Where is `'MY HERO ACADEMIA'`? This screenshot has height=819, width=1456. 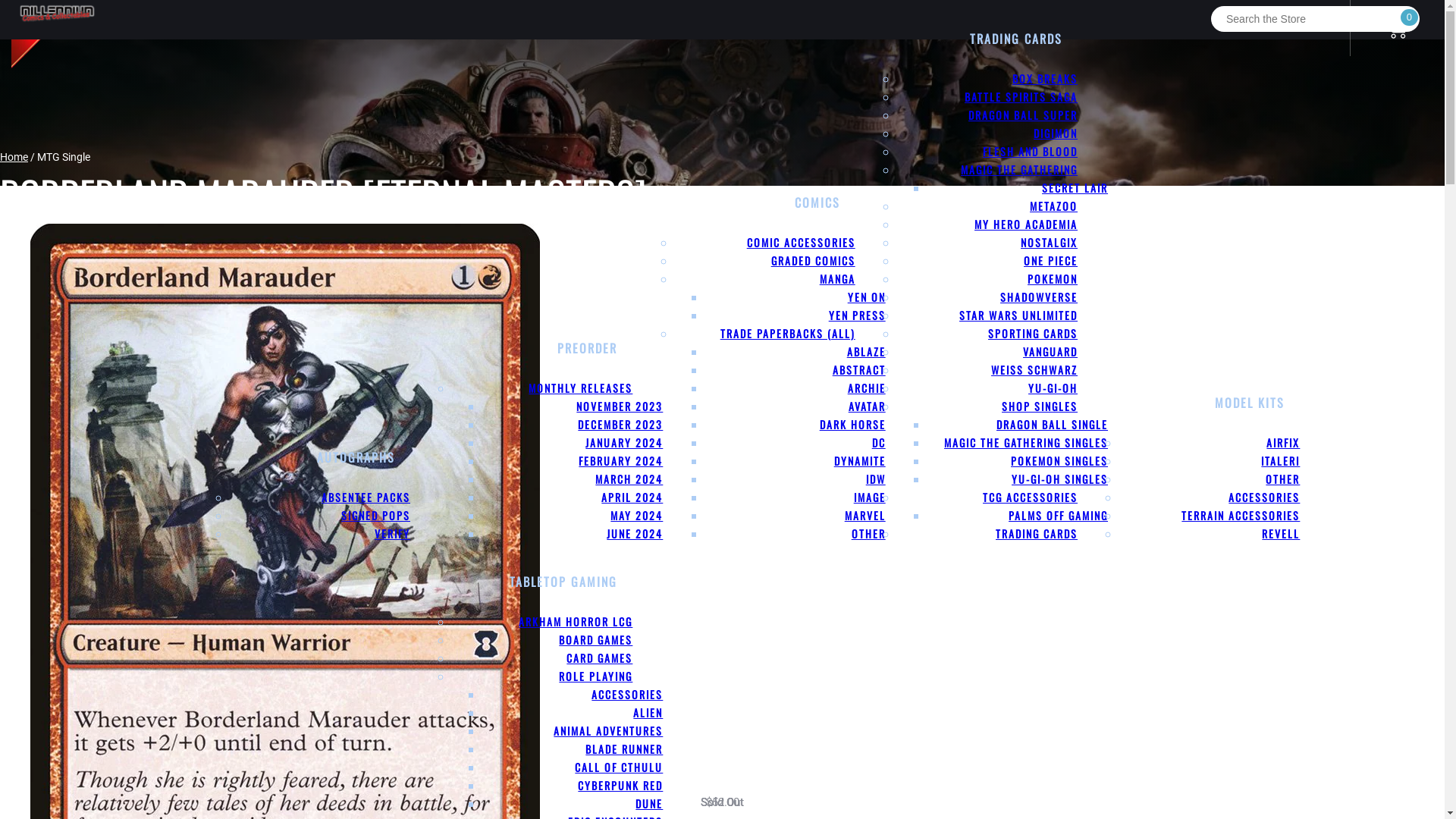
'MY HERO ACADEMIA' is located at coordinates (974, 224).